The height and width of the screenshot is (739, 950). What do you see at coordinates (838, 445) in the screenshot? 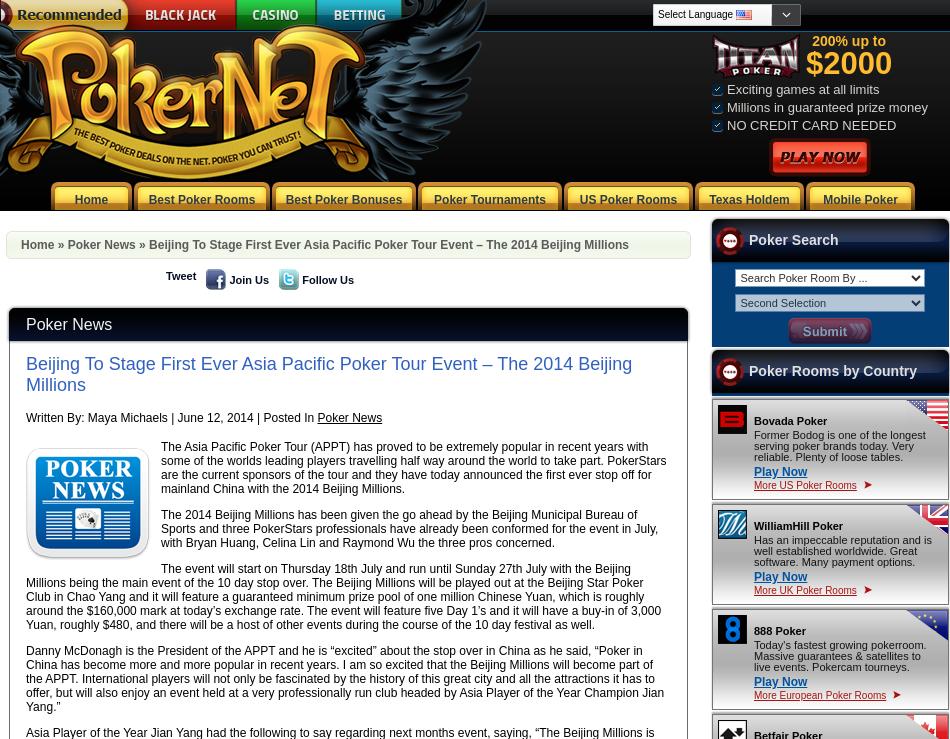
I see `'Former Bodog is one of the longest serving poker brands today. Very reliable. Plenty of loose tables.'` at bounding box center [838, 445].